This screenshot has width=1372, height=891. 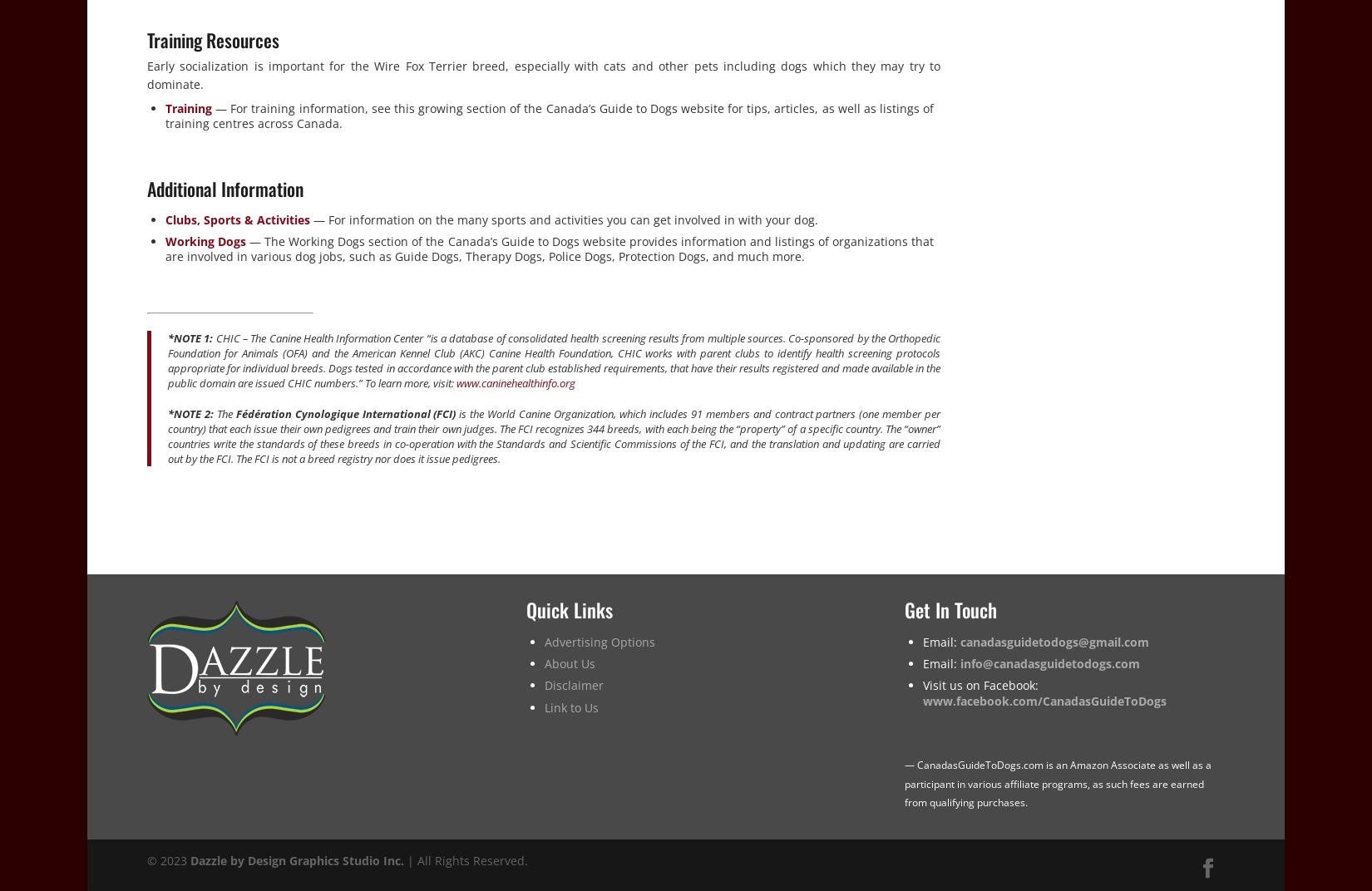 I want to click on 'Training Resources', so click(x=213, y=37).